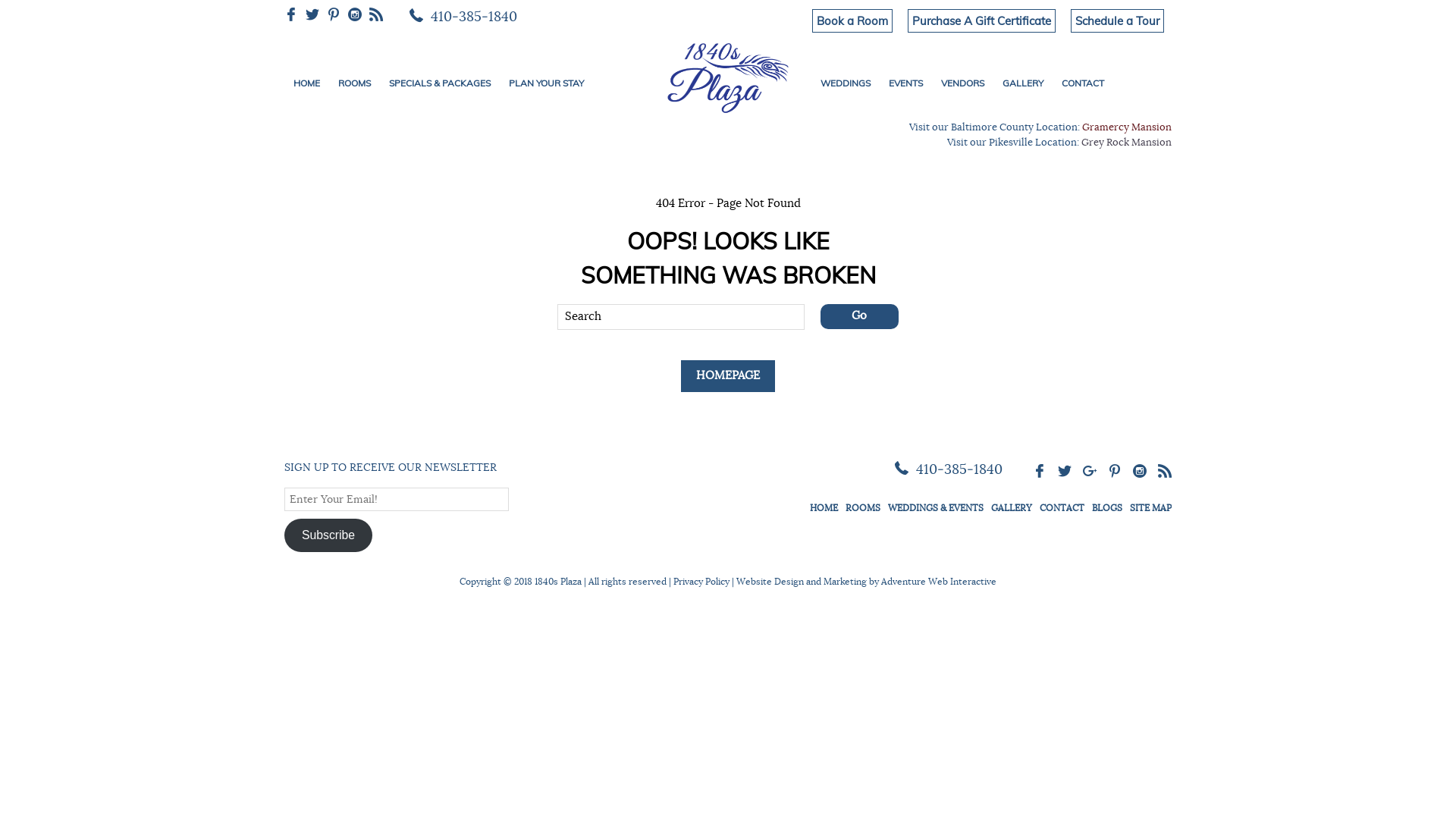  I want to click on 'CONTACT', so click(1061, 508).